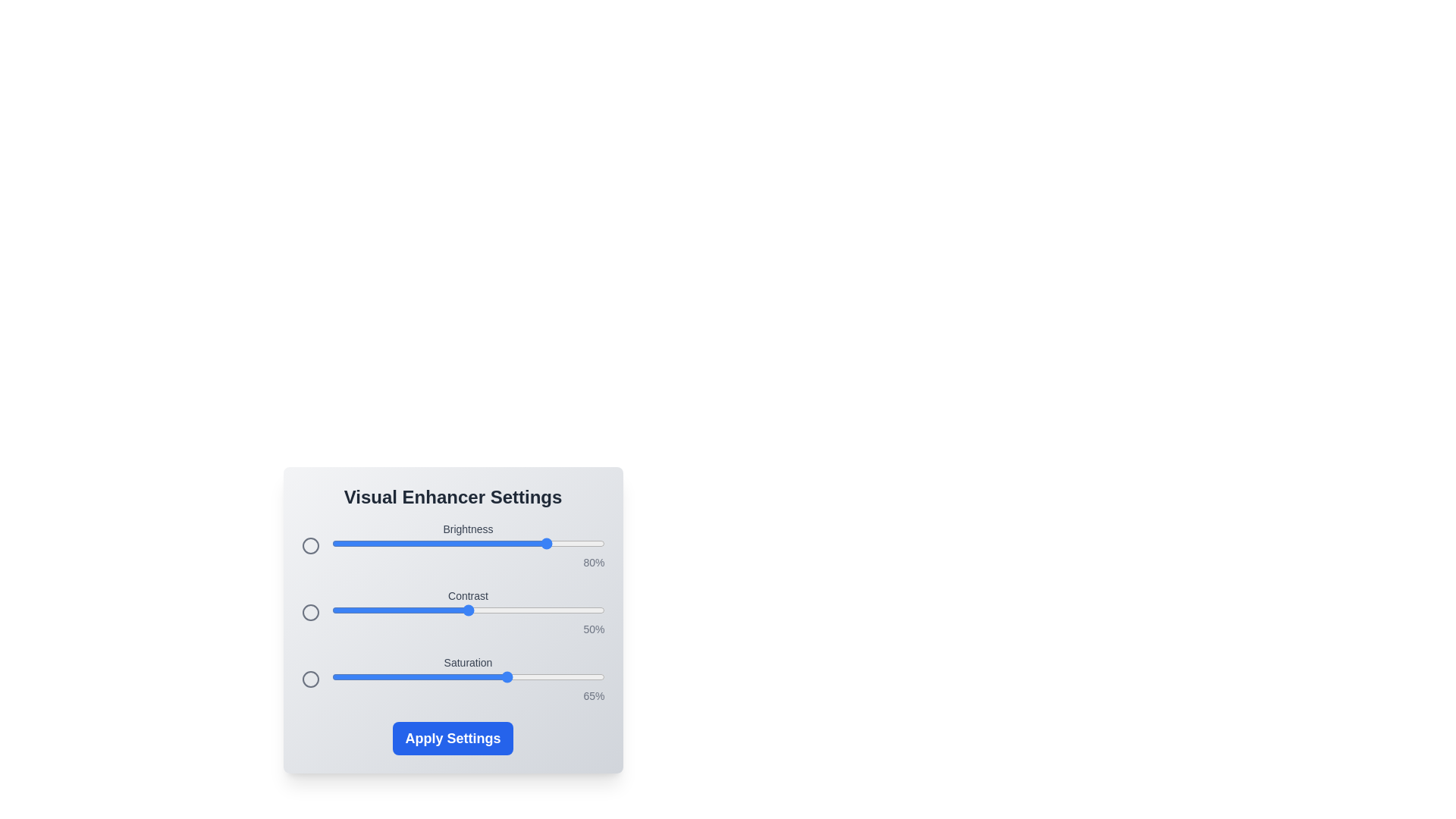 The height and width of the screenshot is (819, 1456). I want to click on the 0 slider to 34%, so click(424, 543).